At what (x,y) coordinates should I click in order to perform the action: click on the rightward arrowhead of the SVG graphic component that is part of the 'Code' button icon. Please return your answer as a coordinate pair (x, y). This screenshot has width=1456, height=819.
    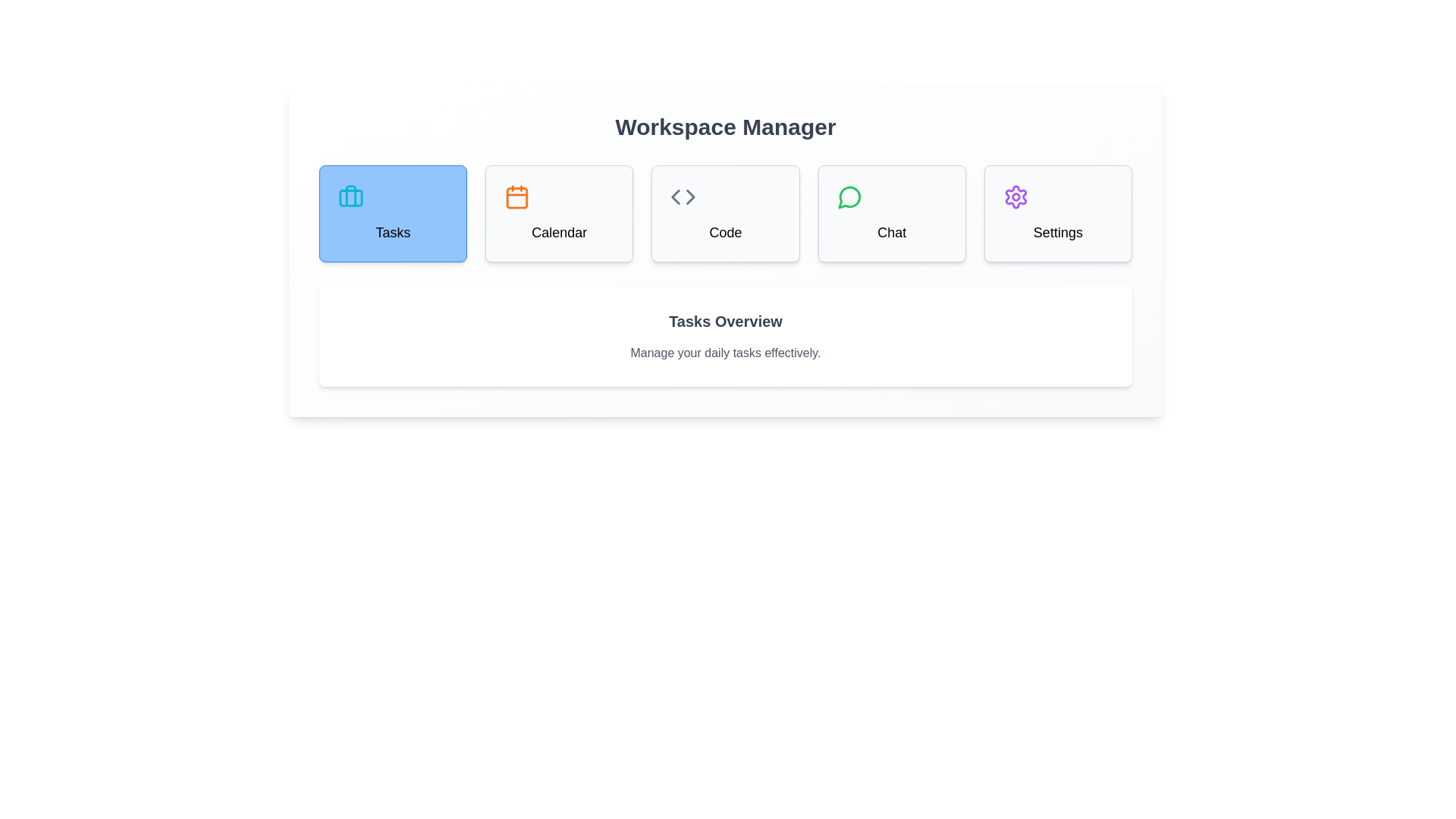
    Looking at the image, I should click on (690, 196).